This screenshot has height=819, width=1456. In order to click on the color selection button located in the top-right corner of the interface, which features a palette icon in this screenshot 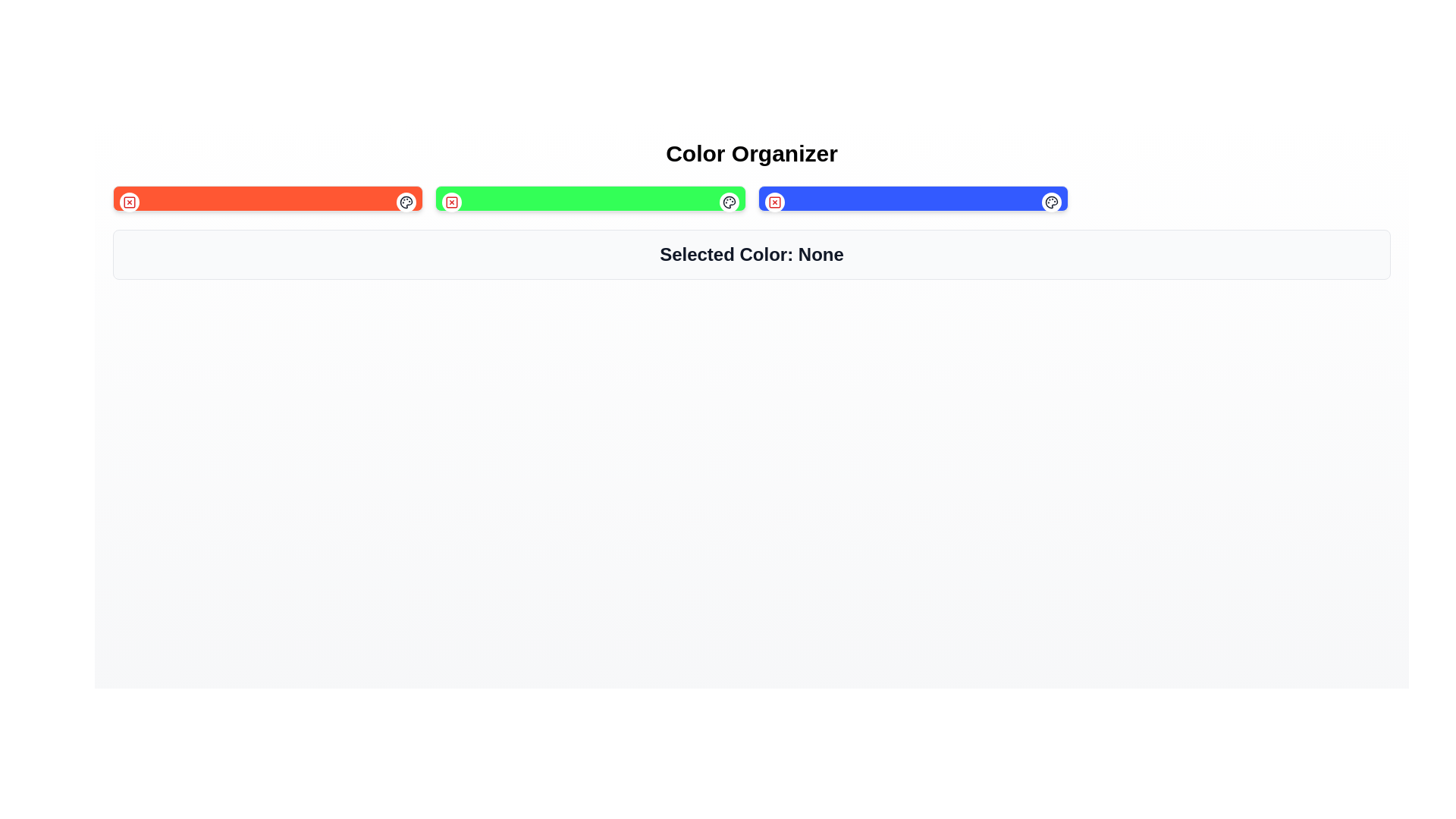, I will do `click(406, 201)`.